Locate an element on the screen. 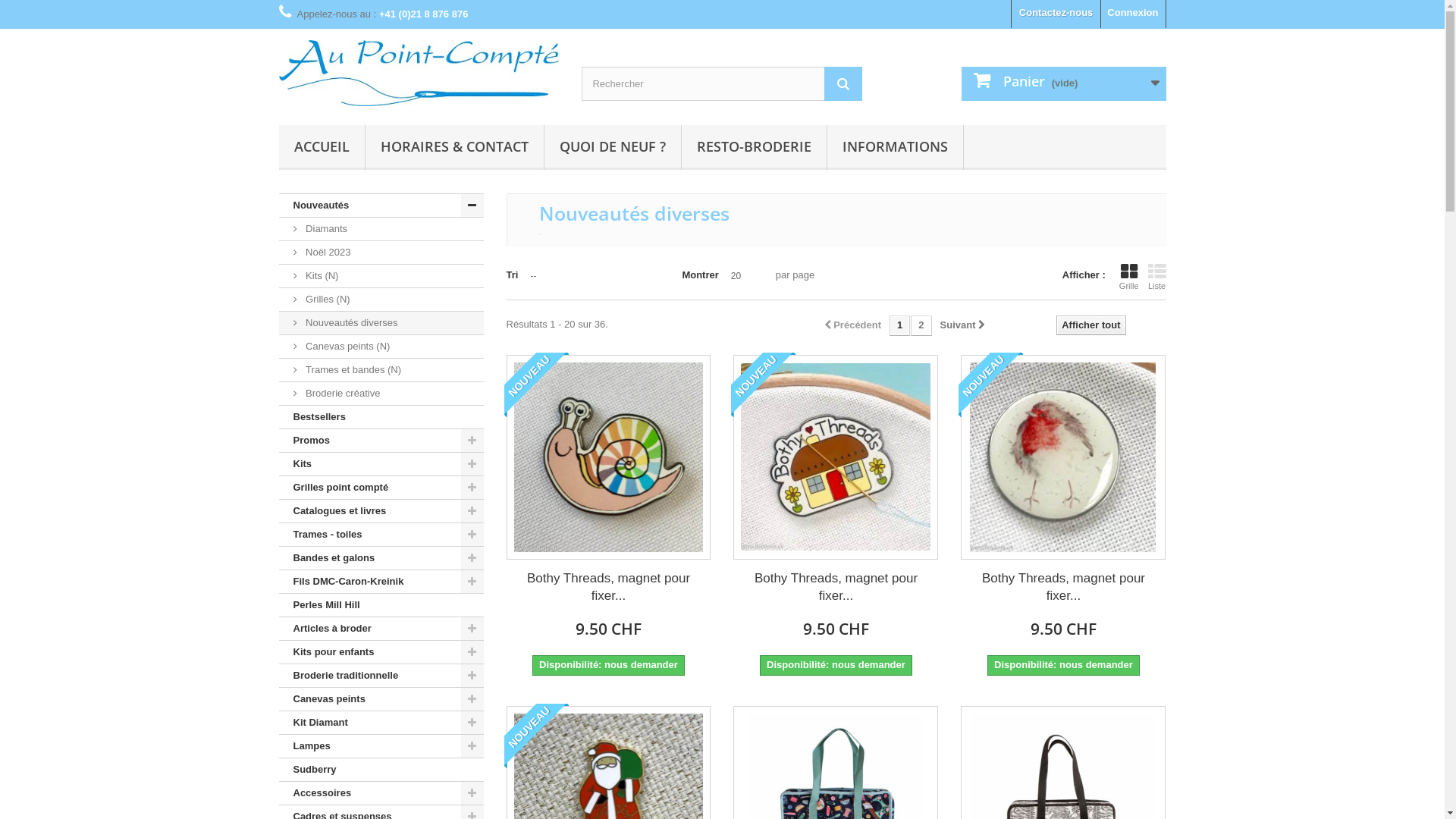  'Sudberry' is located at coordinates (381, 770).